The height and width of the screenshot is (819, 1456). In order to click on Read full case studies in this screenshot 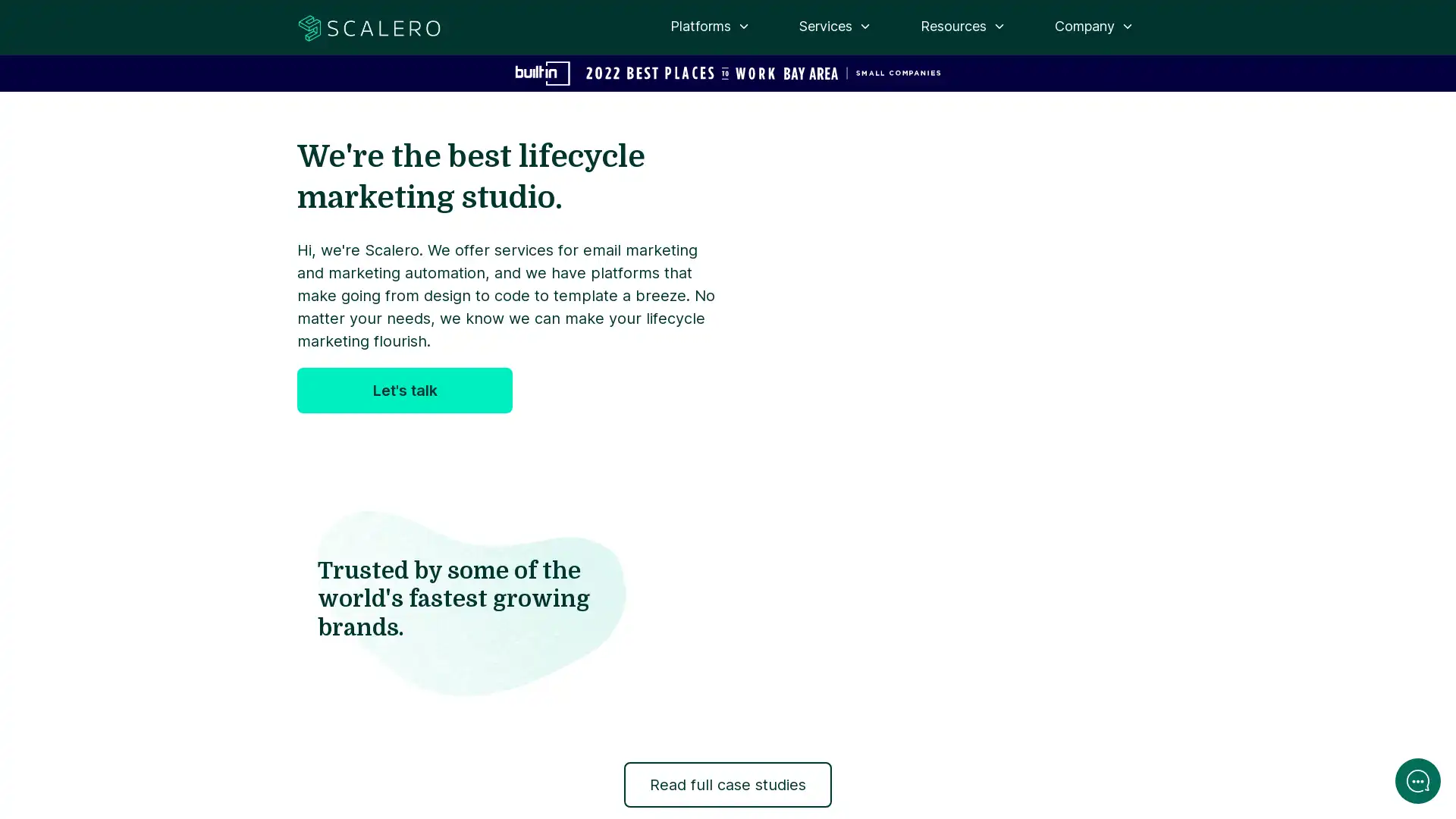, I will do `click(728, 784)`.